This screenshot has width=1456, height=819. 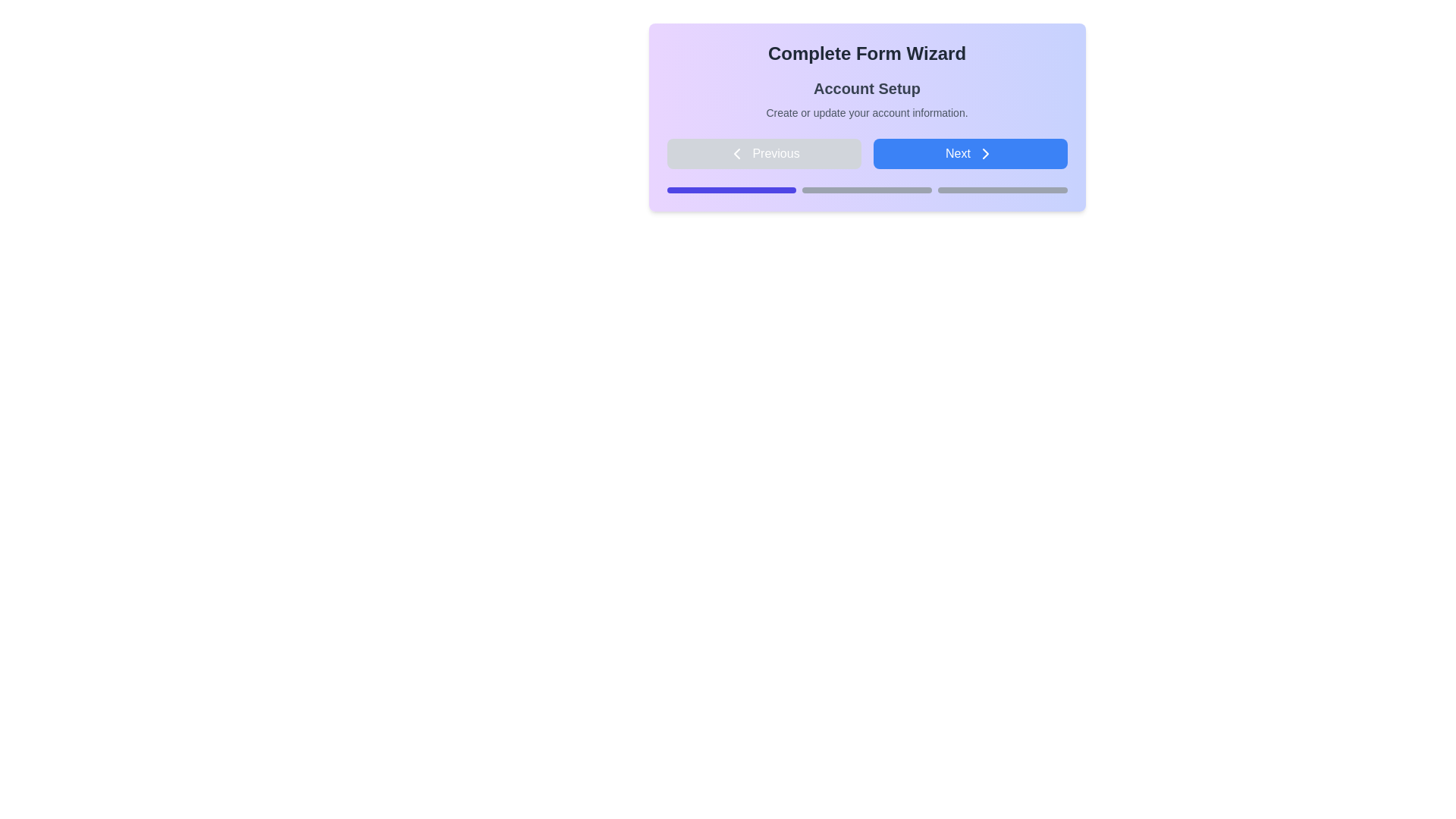 What do you see at coordinates (867, 112) in the screenshot?
I see `the label displaying 'Create or update your account information.' which is located beneath the 'Account Setup' heading` at bounding box center [867, 112].